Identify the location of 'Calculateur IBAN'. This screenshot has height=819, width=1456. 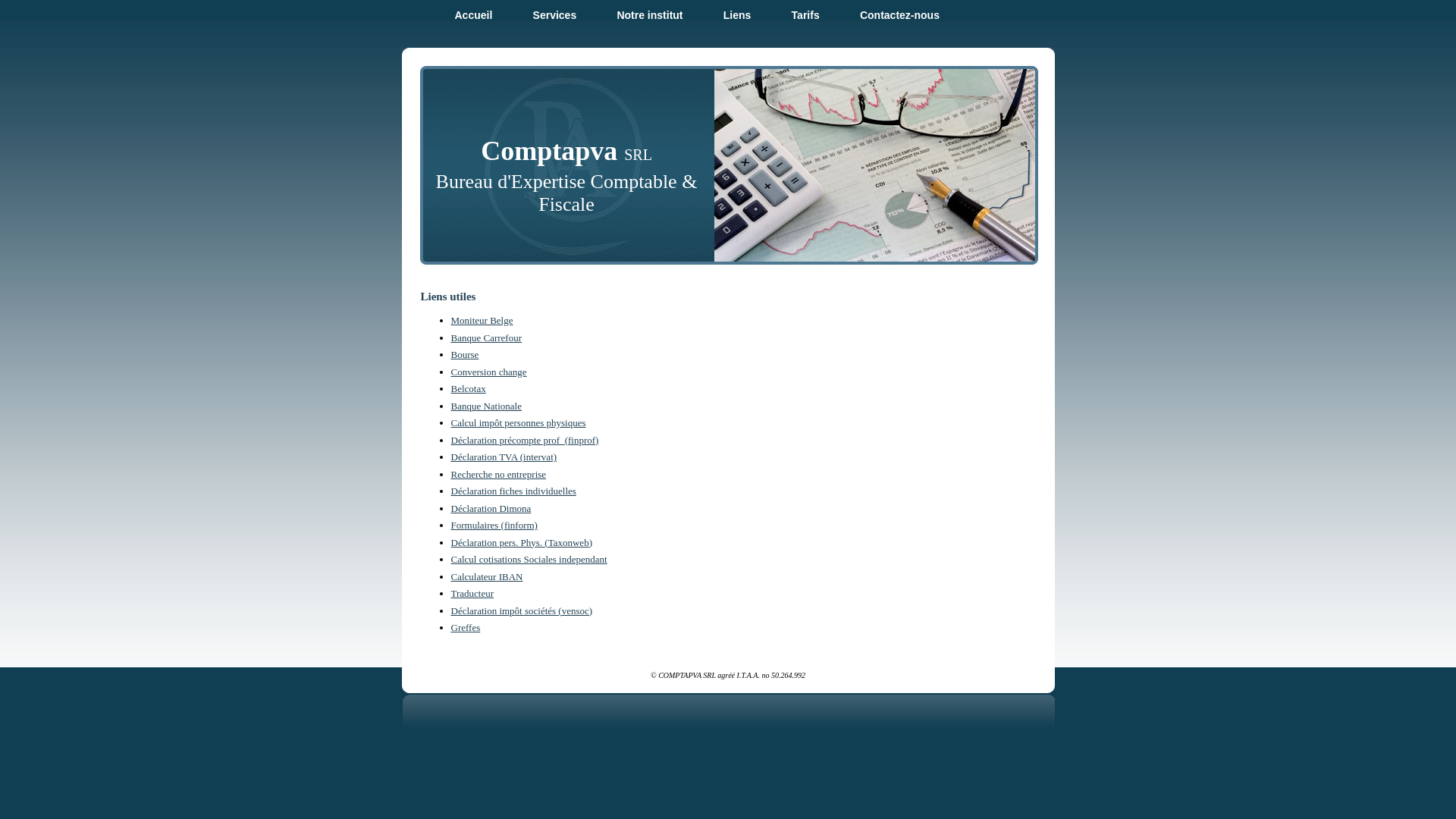
(450, 576).